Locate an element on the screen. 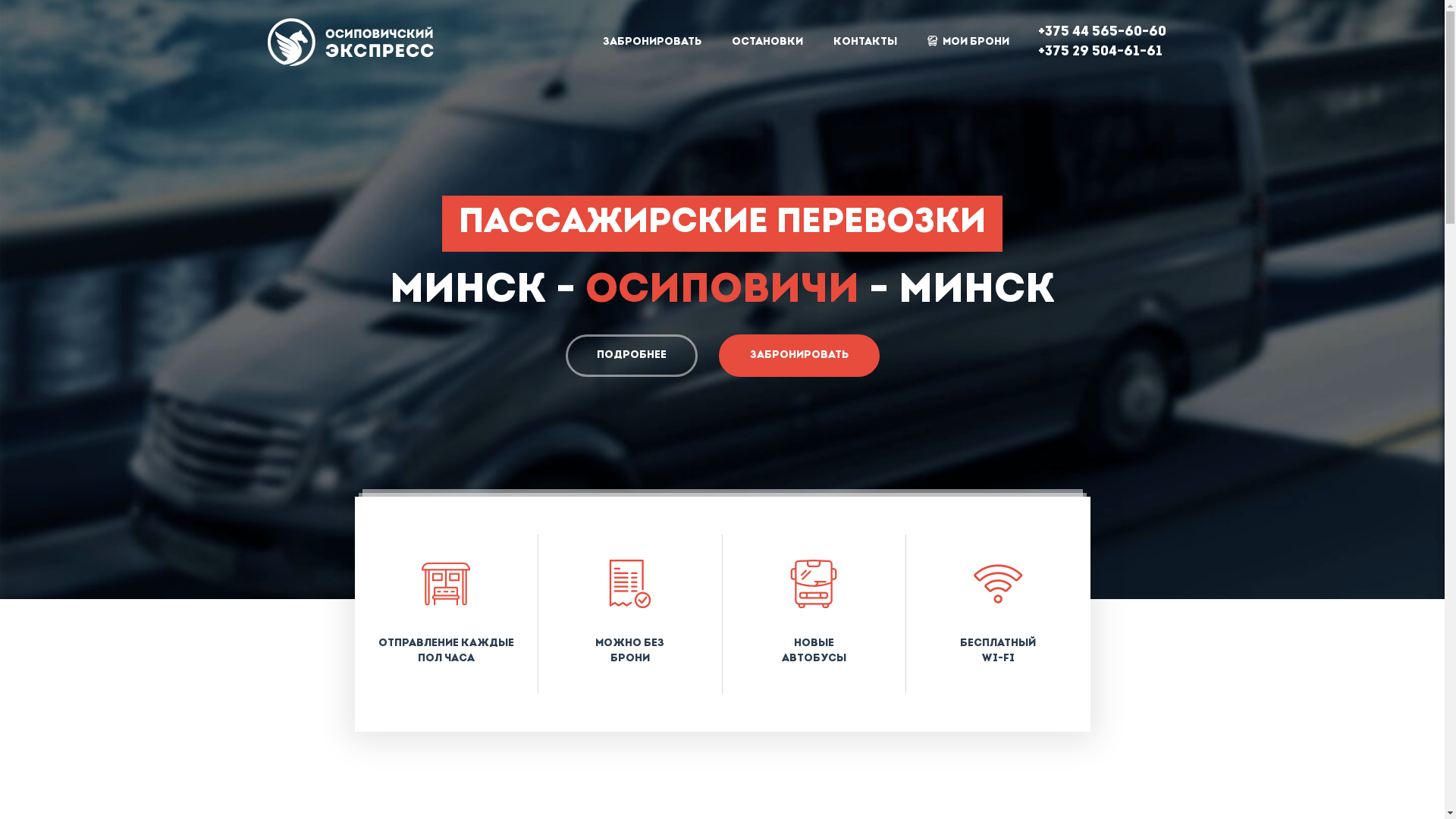 Image resolution: width=1456 pixels, height=819 pixels. '+375 44 565-60-60' is located at coordinates (1101, 32).